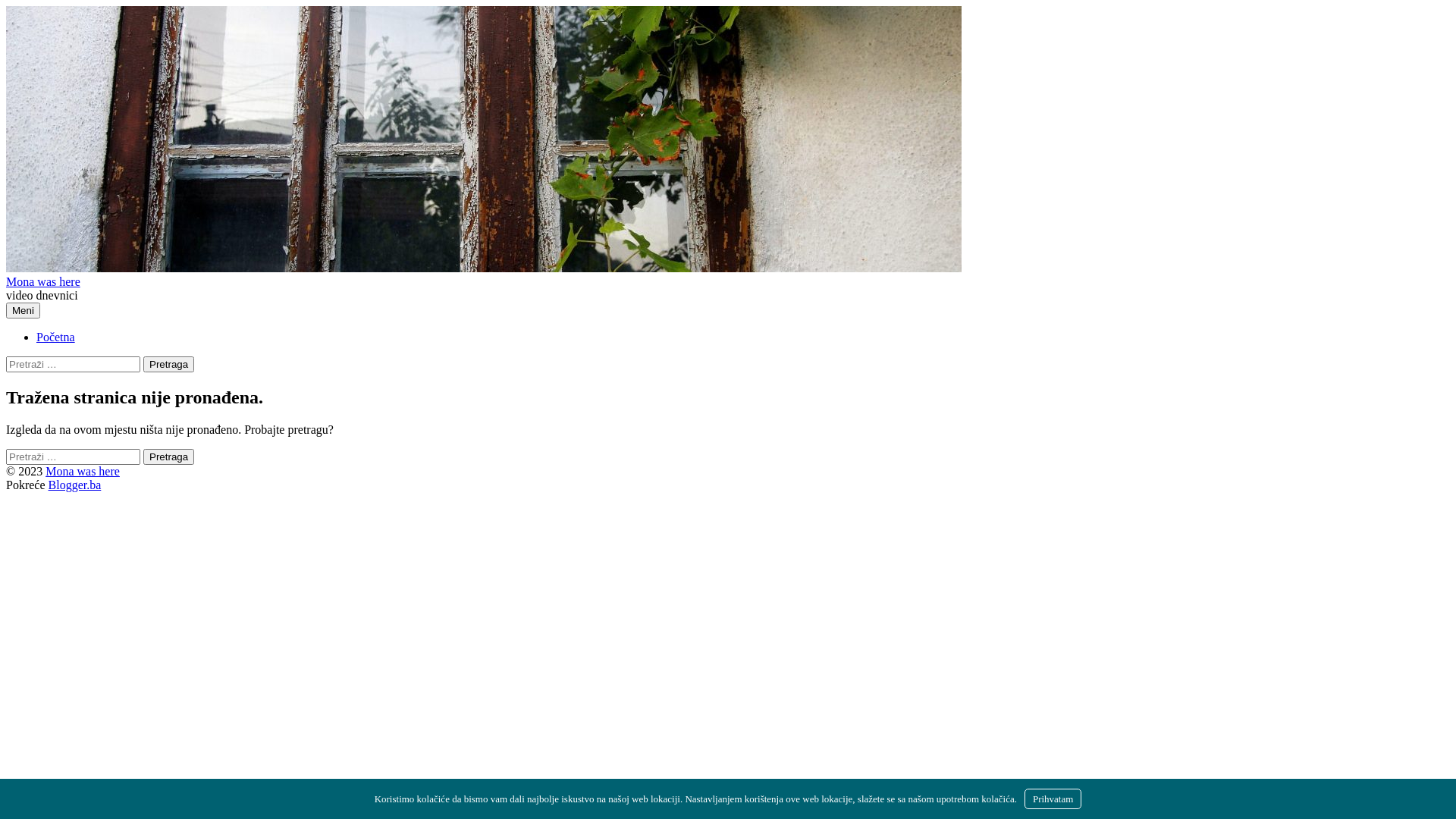 This screenshot has width=1456, height=819. Describe the element at coordinates (1052, 798) in the screenshot. I see `'Prihvatam'` at that location.